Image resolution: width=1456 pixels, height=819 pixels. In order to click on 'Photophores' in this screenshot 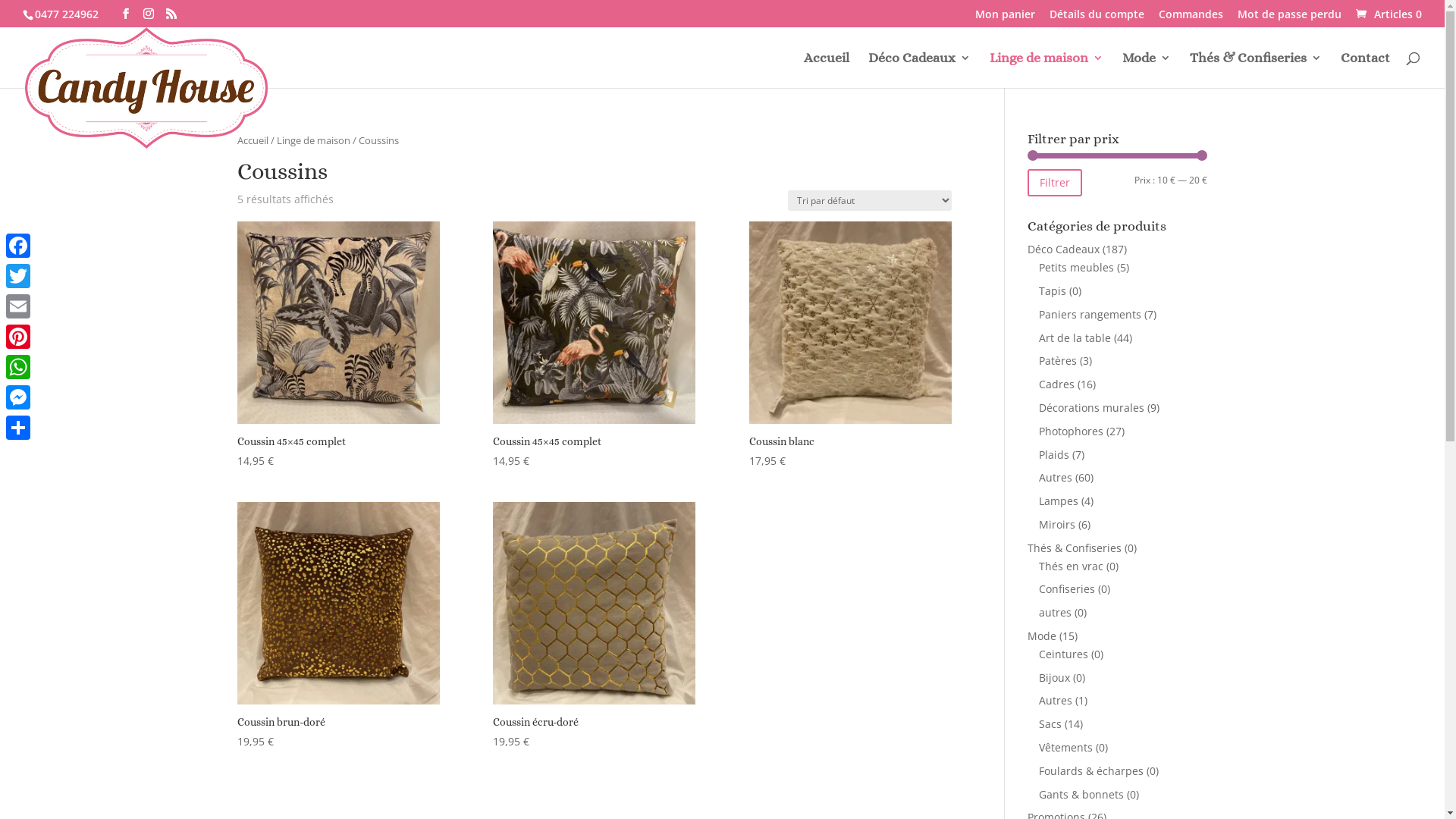, I will do `click(1037, 431)`.